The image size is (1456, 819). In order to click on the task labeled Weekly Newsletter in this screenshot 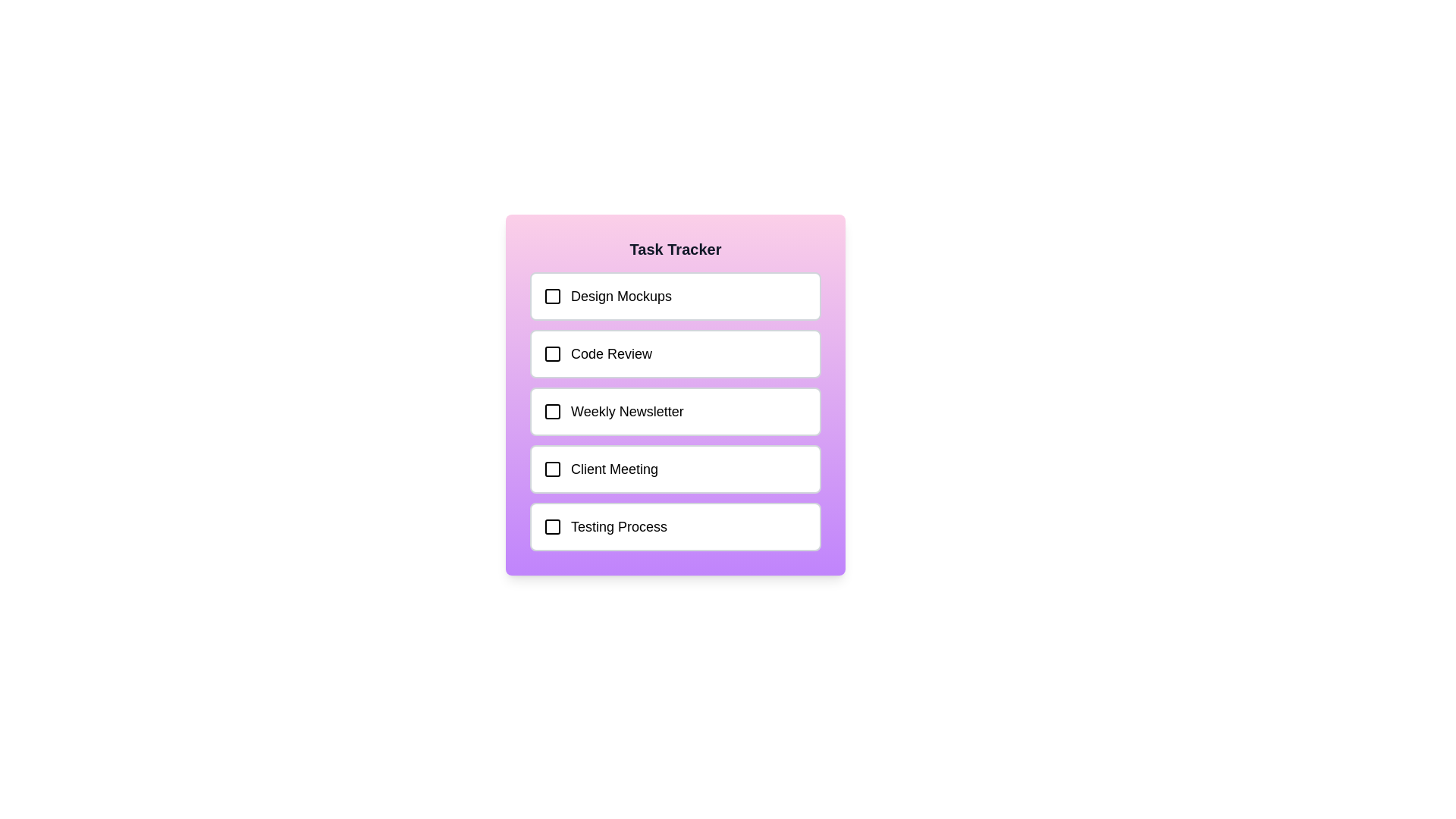, I will do `click(675, 412)`.